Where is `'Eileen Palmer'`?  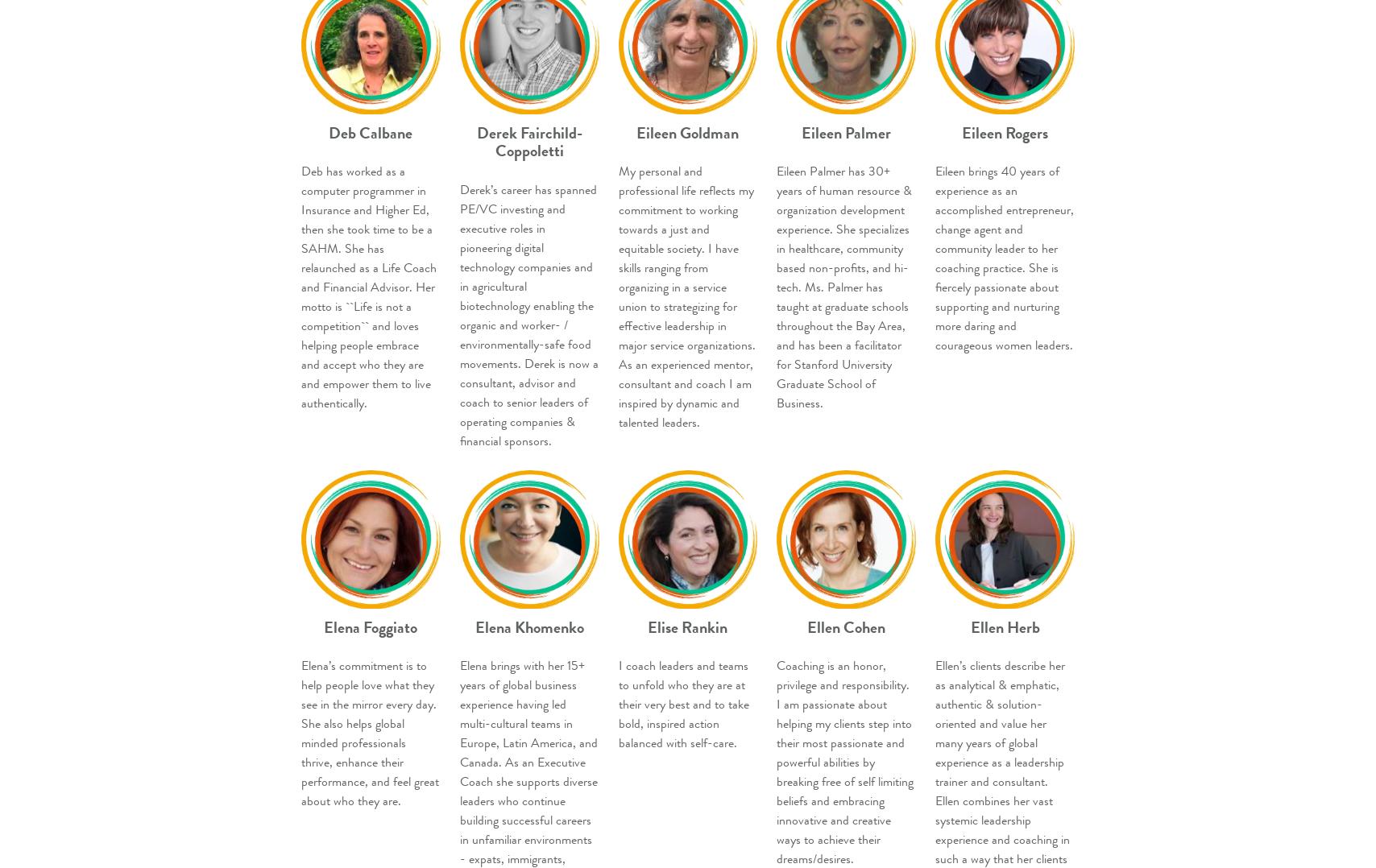 'Eileen Palmer' is located at coordinates (846, 131).